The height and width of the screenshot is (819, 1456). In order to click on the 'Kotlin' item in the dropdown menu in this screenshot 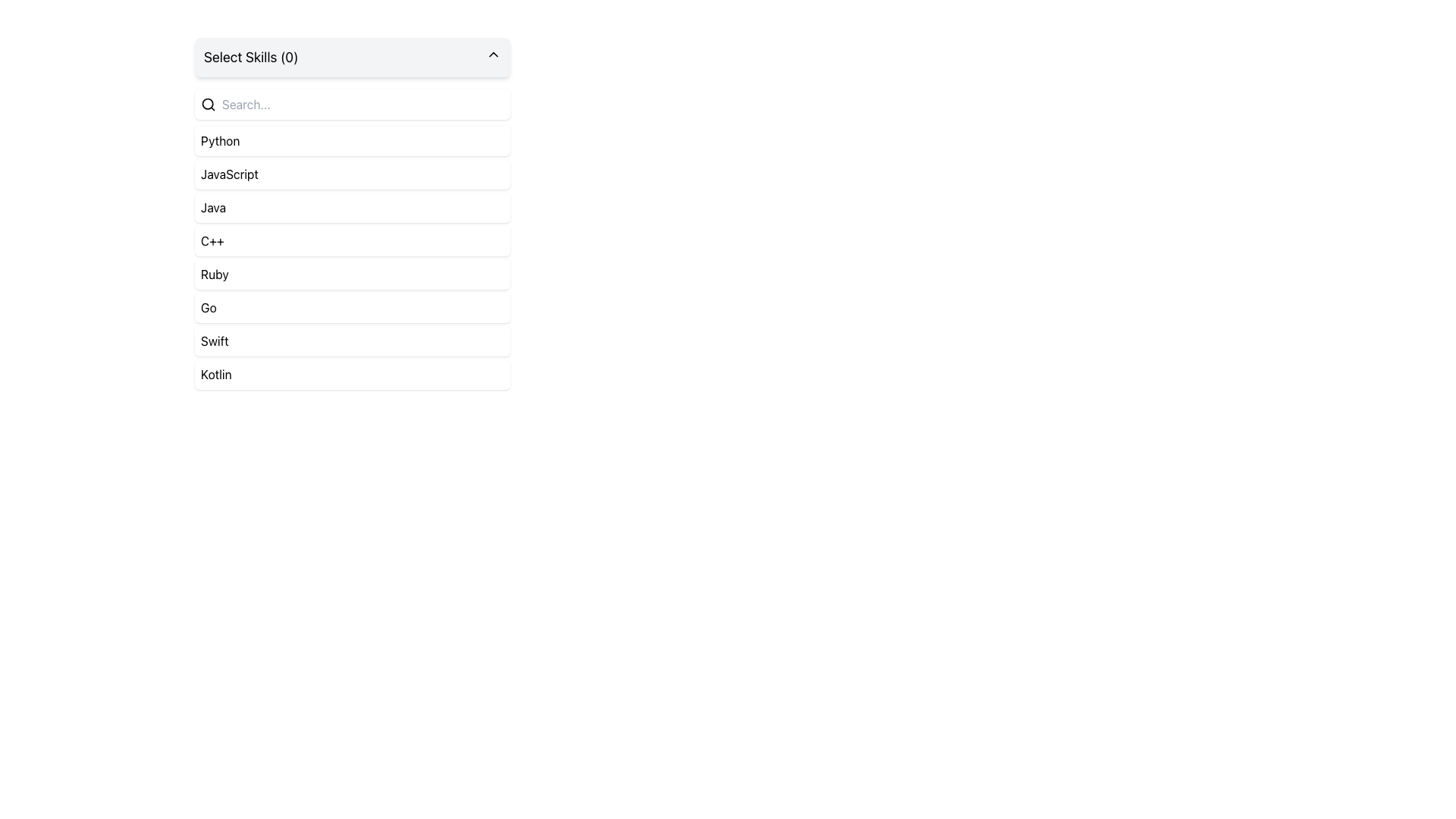, I will do `click(215, 374)`.